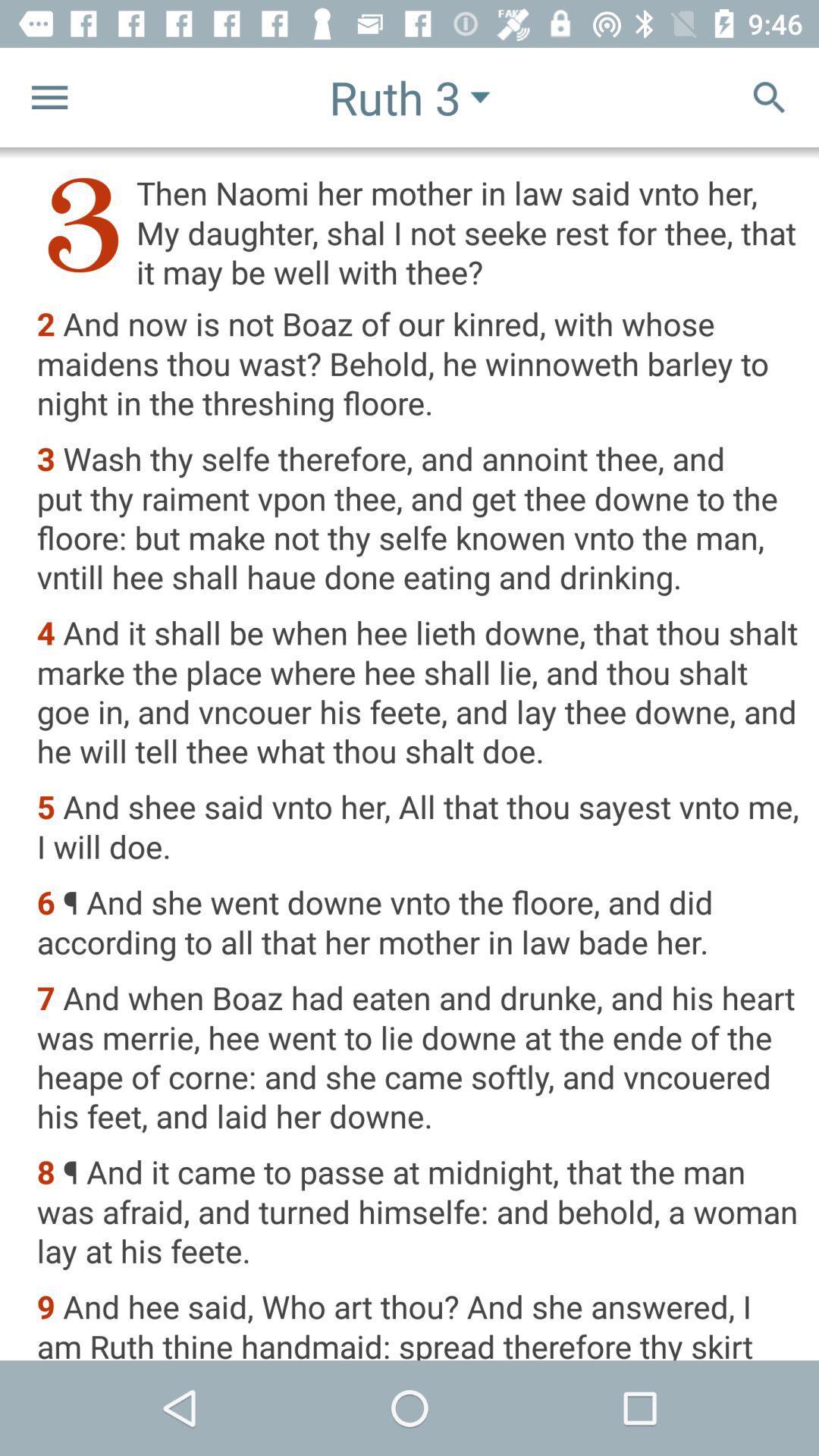 The image size is (819, 1456). I want to click on 2 and now item, so click(418, 365).